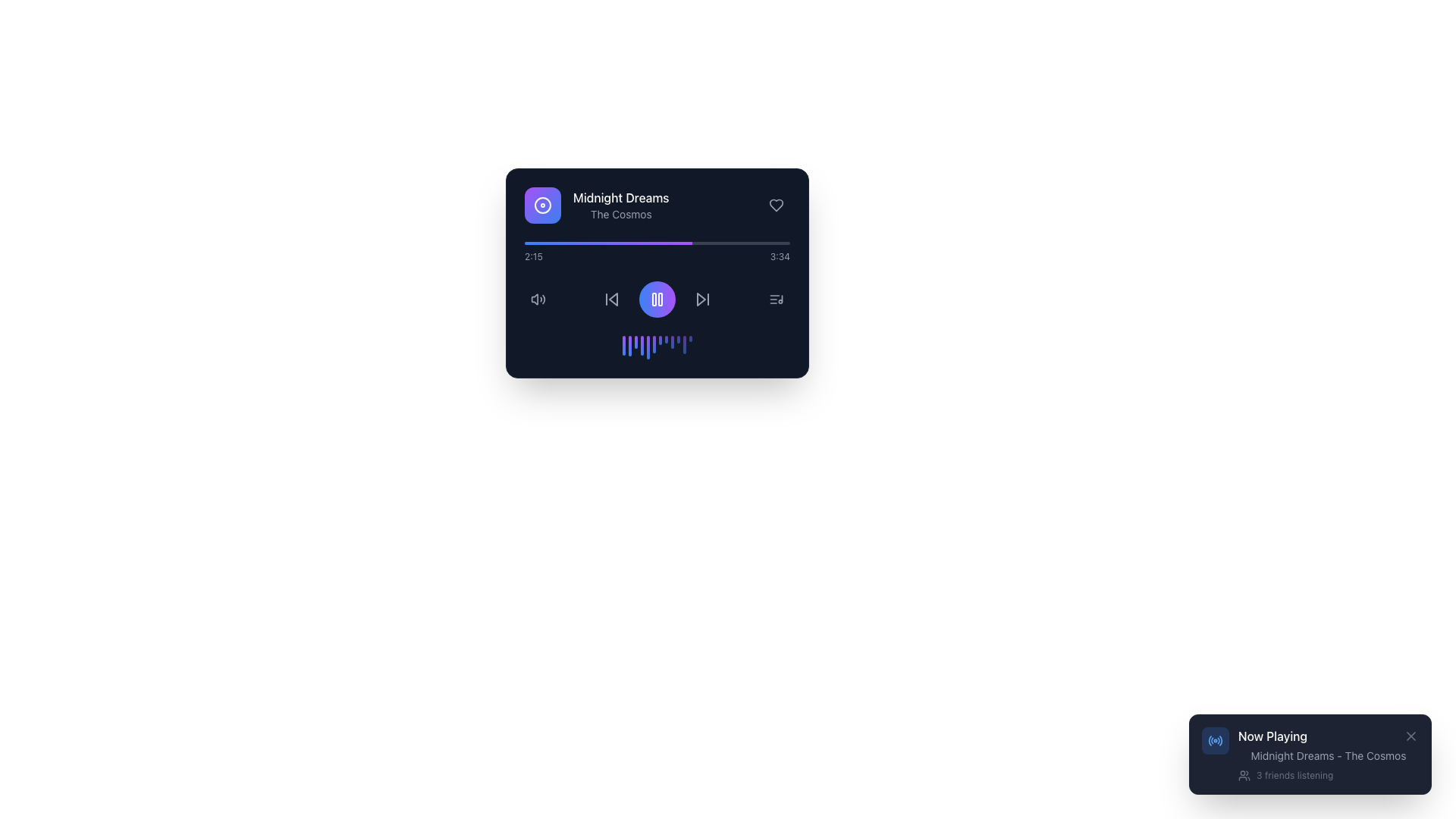 This screenshot has height=819, width=1456. I want to click on the tenth vertical waveform bar, which has a gradient from blue to purple and is part of a group of similar elements in the media player interface, so click(677, 338).